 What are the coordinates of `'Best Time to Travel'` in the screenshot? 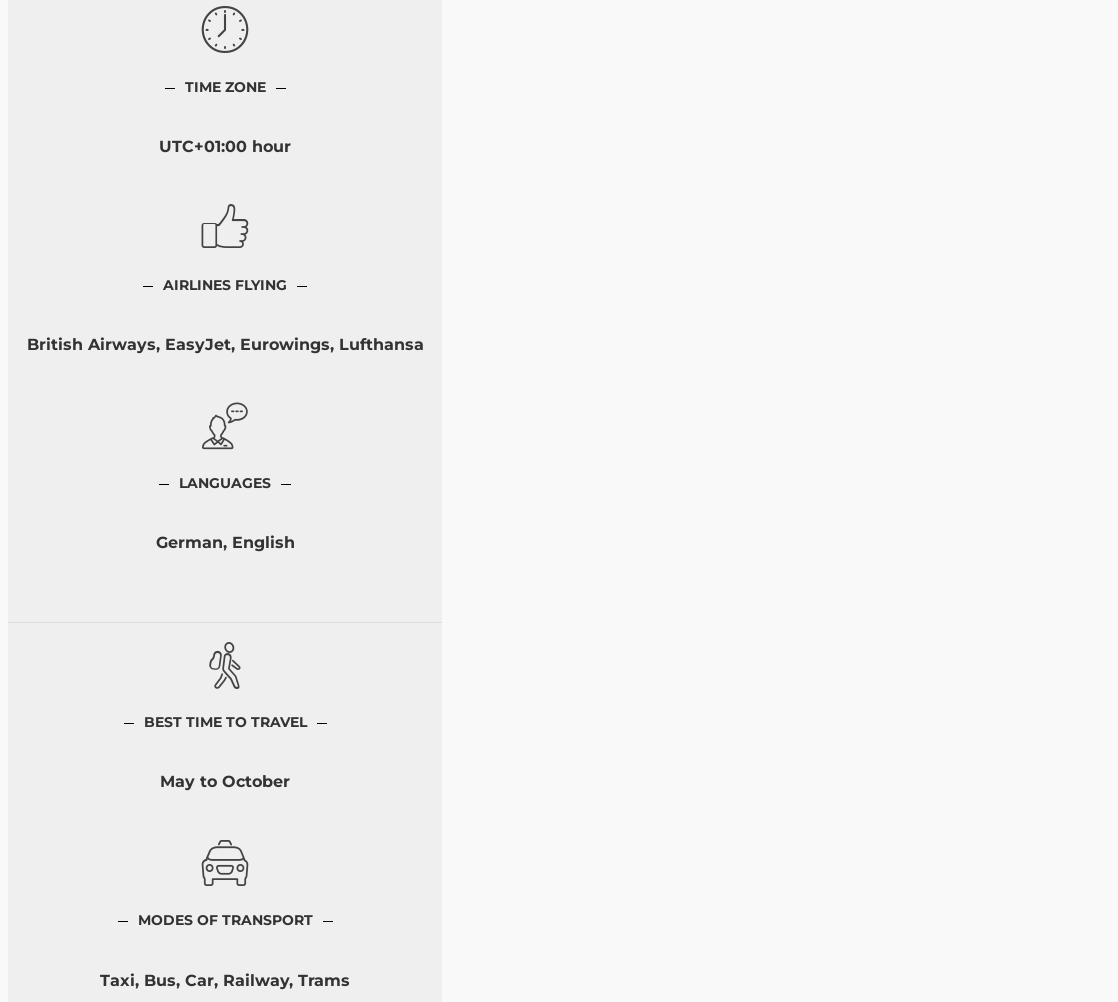 It's located at (224, 722).